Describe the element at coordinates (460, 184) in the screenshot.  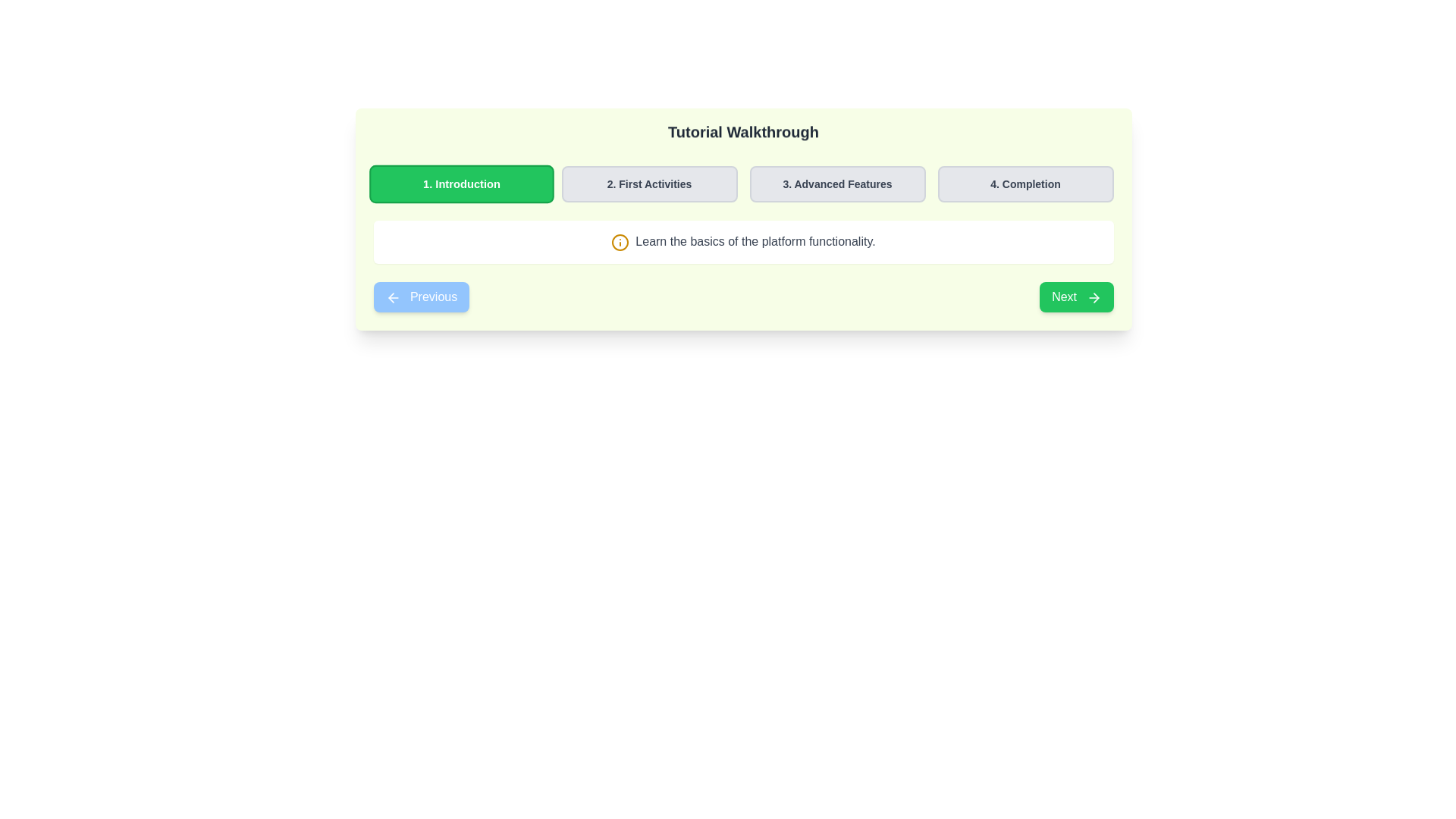
I see `the navigation button representing the first step in the tutorial walkthrough, which is currently highlighted as the active step` at that location.